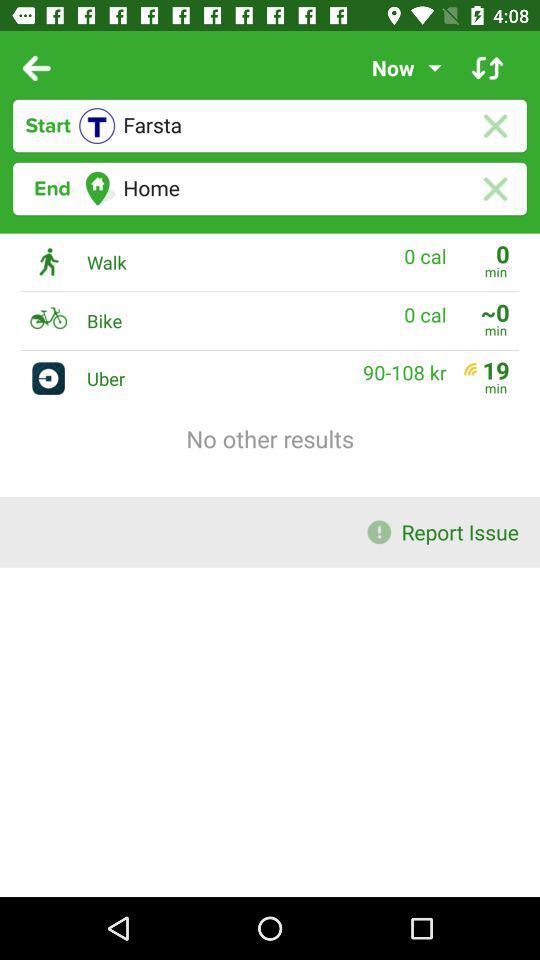 The width and height of the screenshot is (540, 960). I want to click on closed, so click(494, 189).